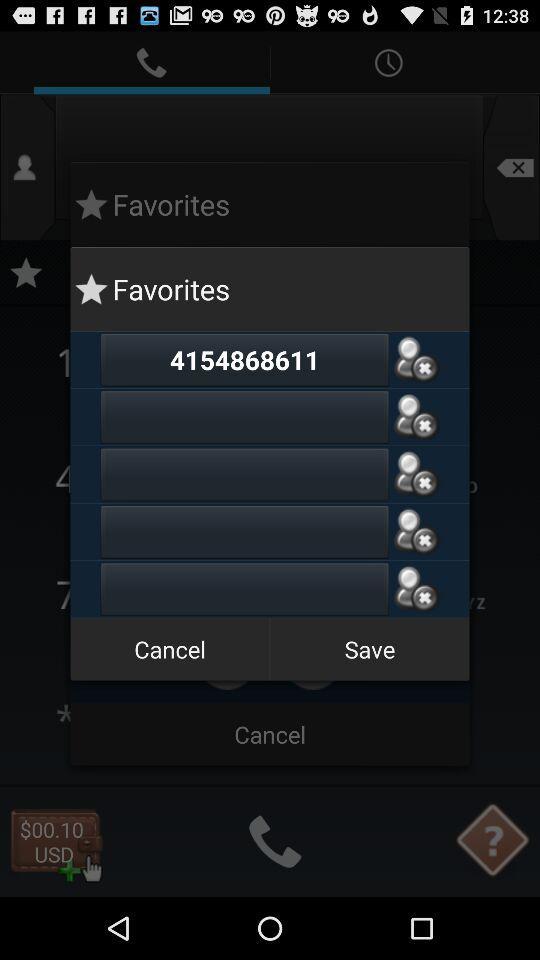 The height and width of the screenshot is (960, 540). Describe the element at coordinates (244, 589) in the screenshot. I see `a place to enter a value` at that location.